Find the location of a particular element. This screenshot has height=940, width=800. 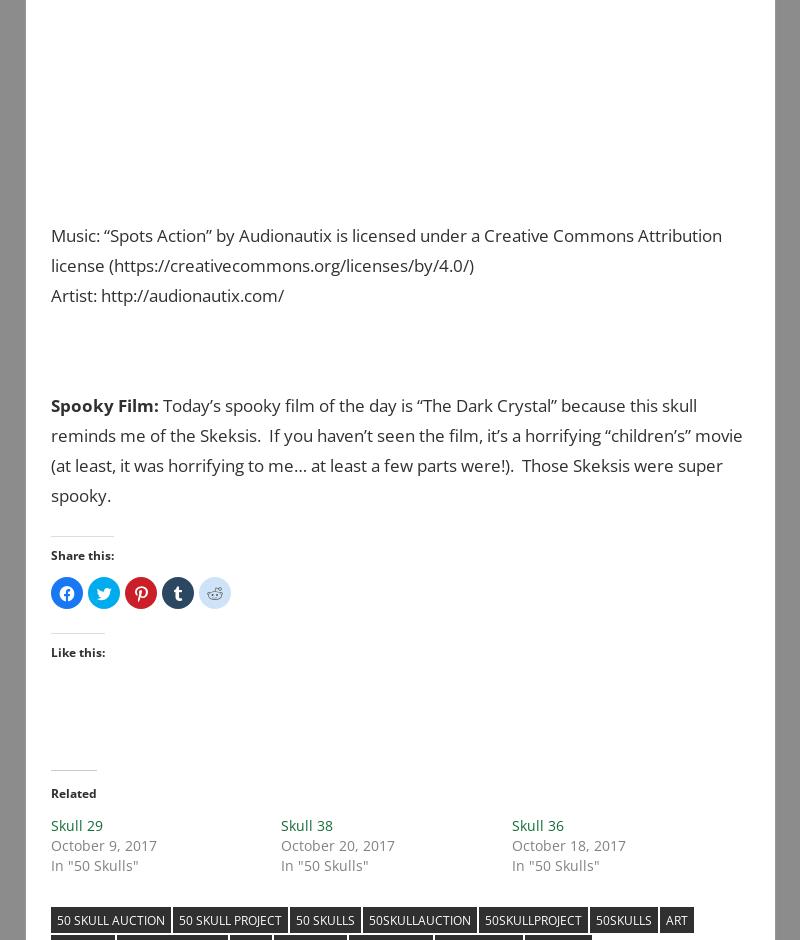

'Artist: http://audionautix.com/' is located at coordinates (50, 293).